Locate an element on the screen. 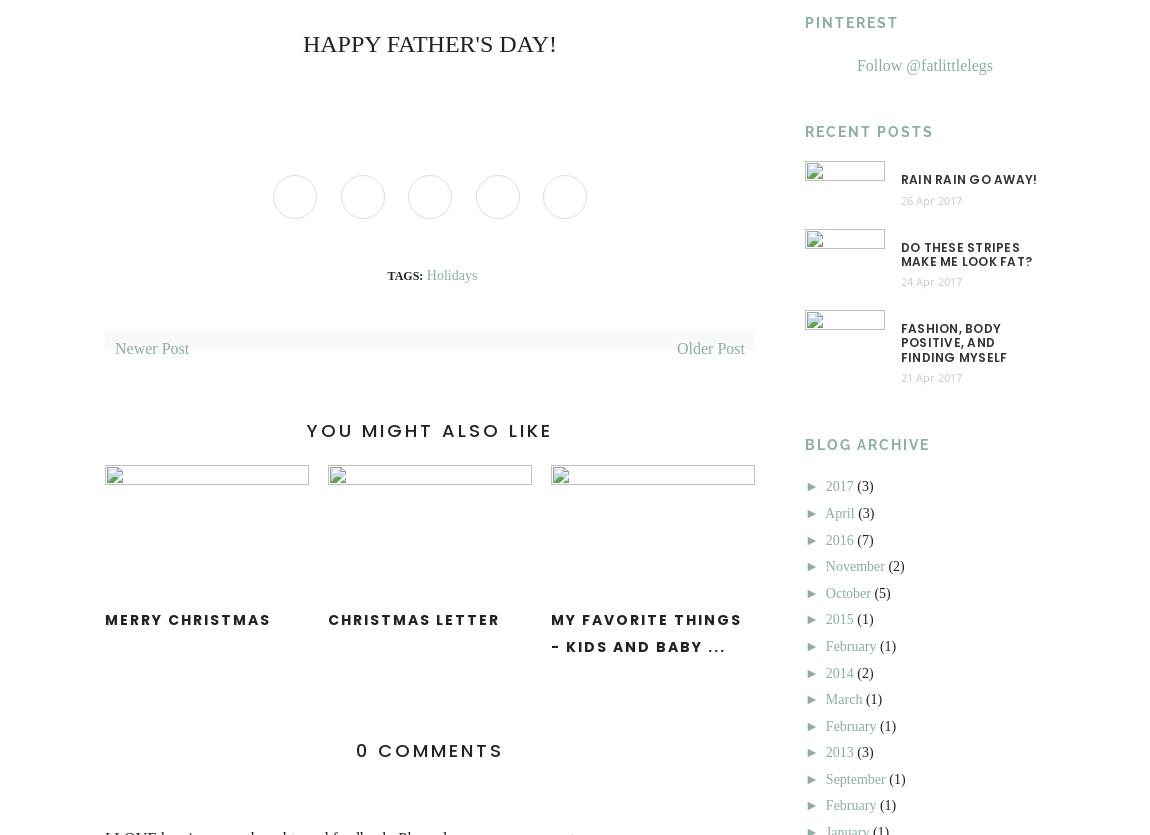 Image resolution: width=1150 pixels, height=835 pixels. 'Christmas Letter' is located at coordinates (414, 618).